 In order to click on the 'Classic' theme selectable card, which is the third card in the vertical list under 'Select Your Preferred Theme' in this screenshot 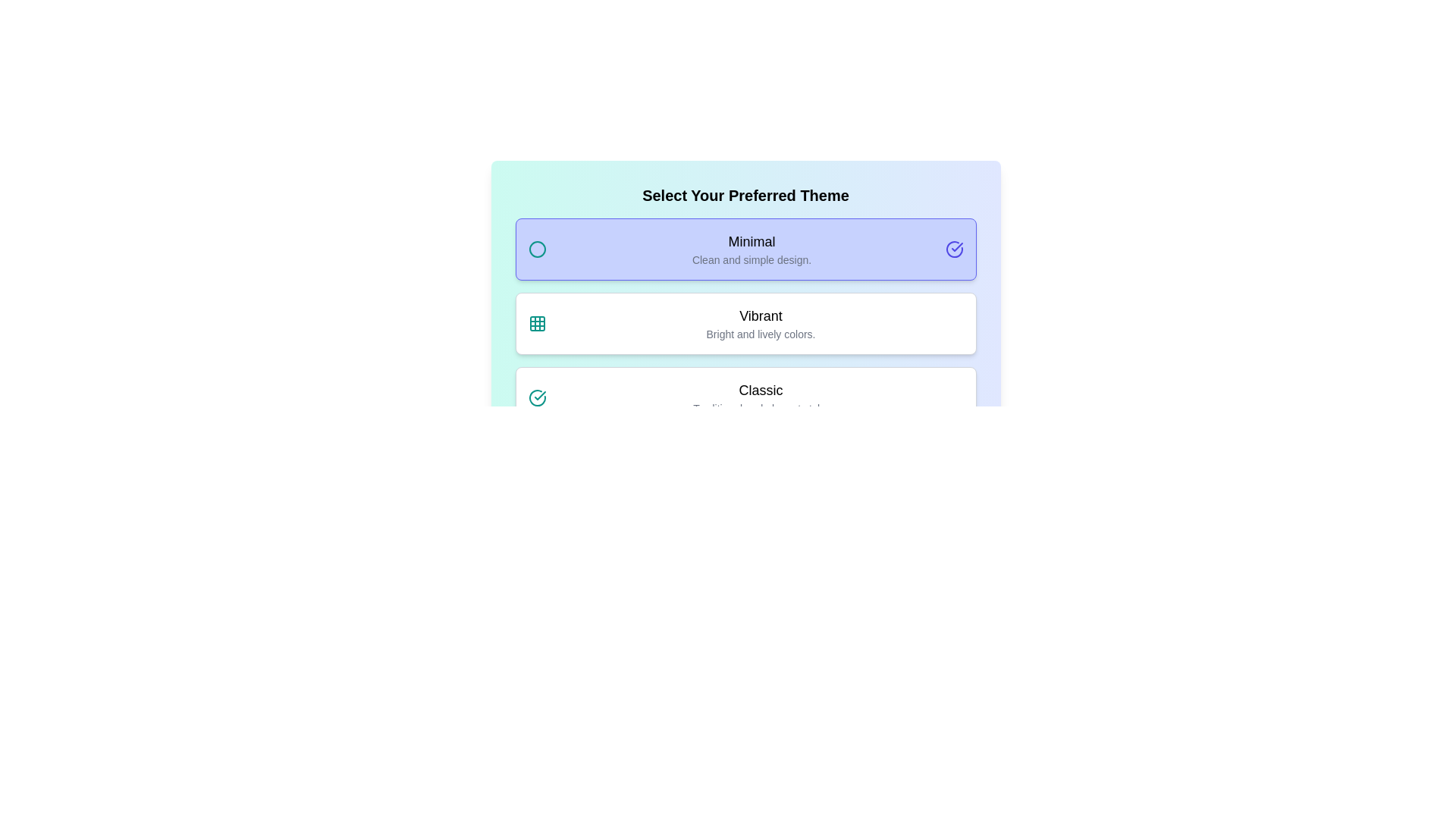, I will do `click(745, 397)`.